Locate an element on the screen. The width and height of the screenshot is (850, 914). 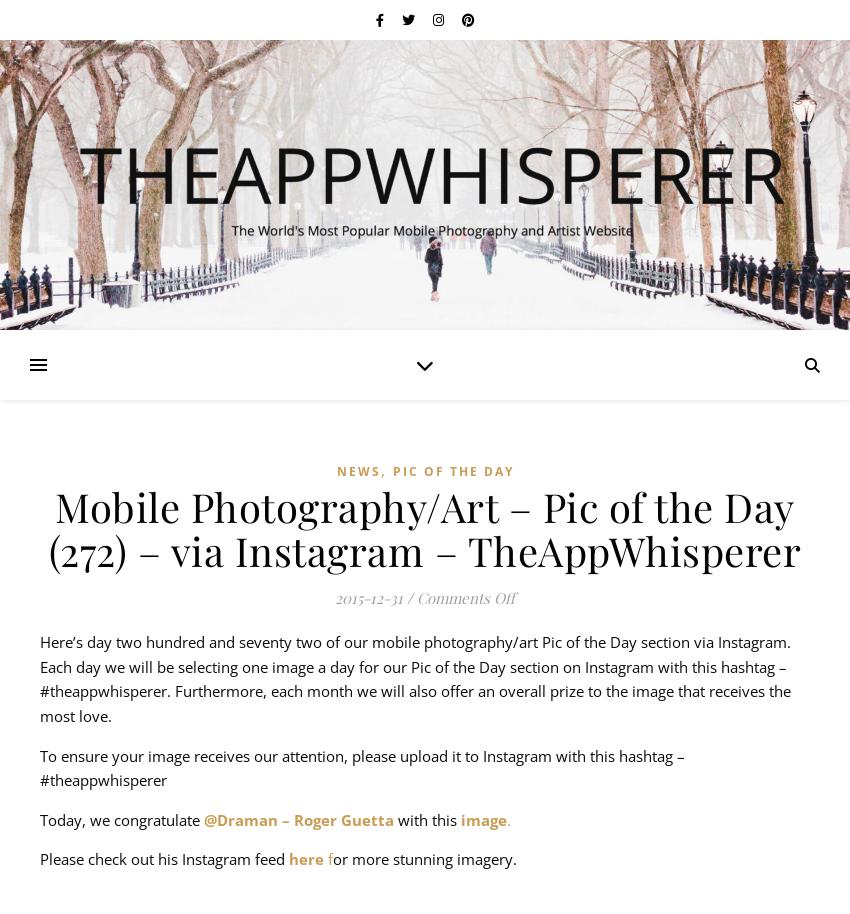
'or more stunning imagery.' is located at coordinates (425, 858).